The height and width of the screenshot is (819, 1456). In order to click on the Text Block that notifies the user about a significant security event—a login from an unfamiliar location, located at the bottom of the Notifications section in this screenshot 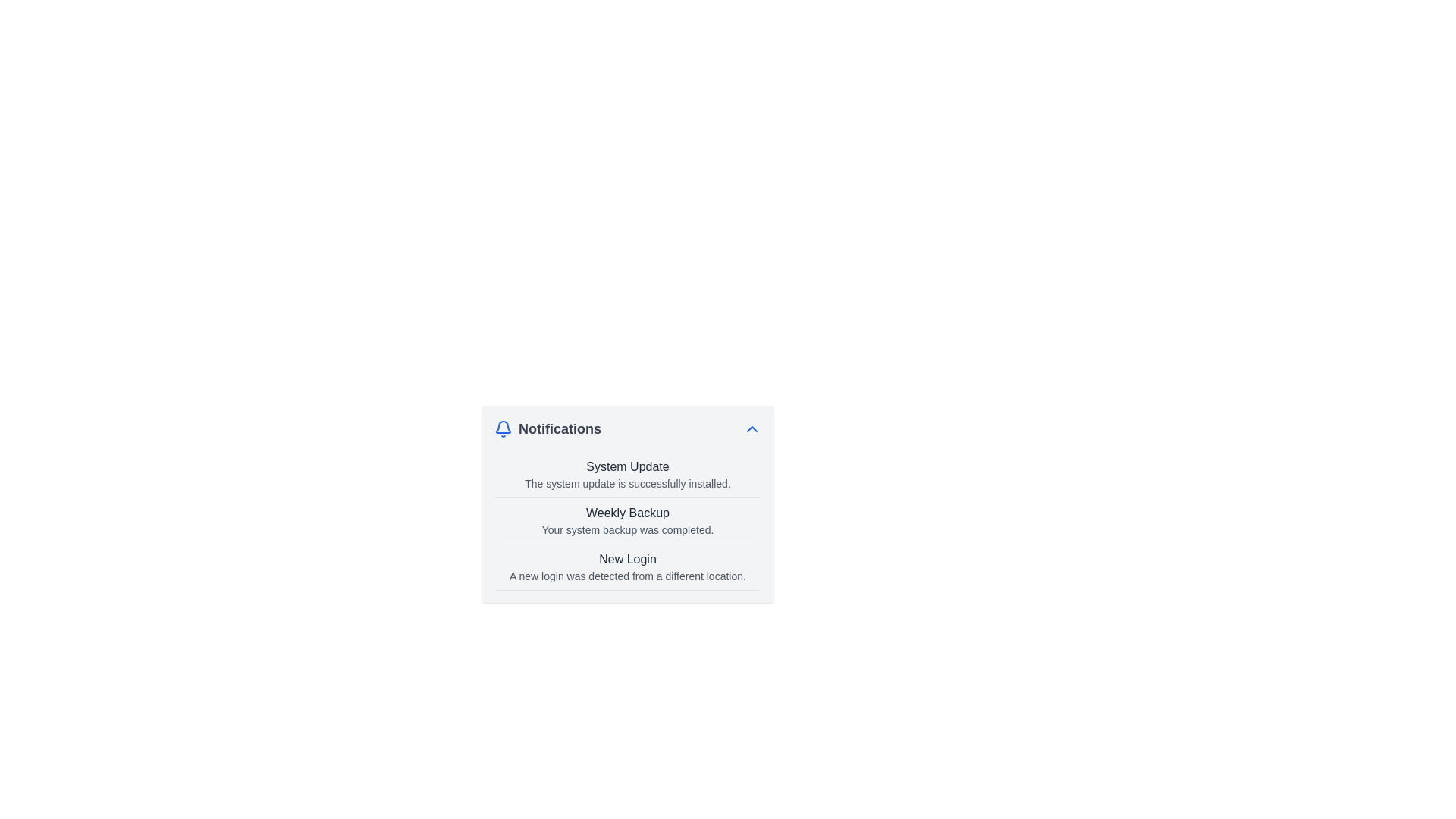, I will do `click(628, 567)`.